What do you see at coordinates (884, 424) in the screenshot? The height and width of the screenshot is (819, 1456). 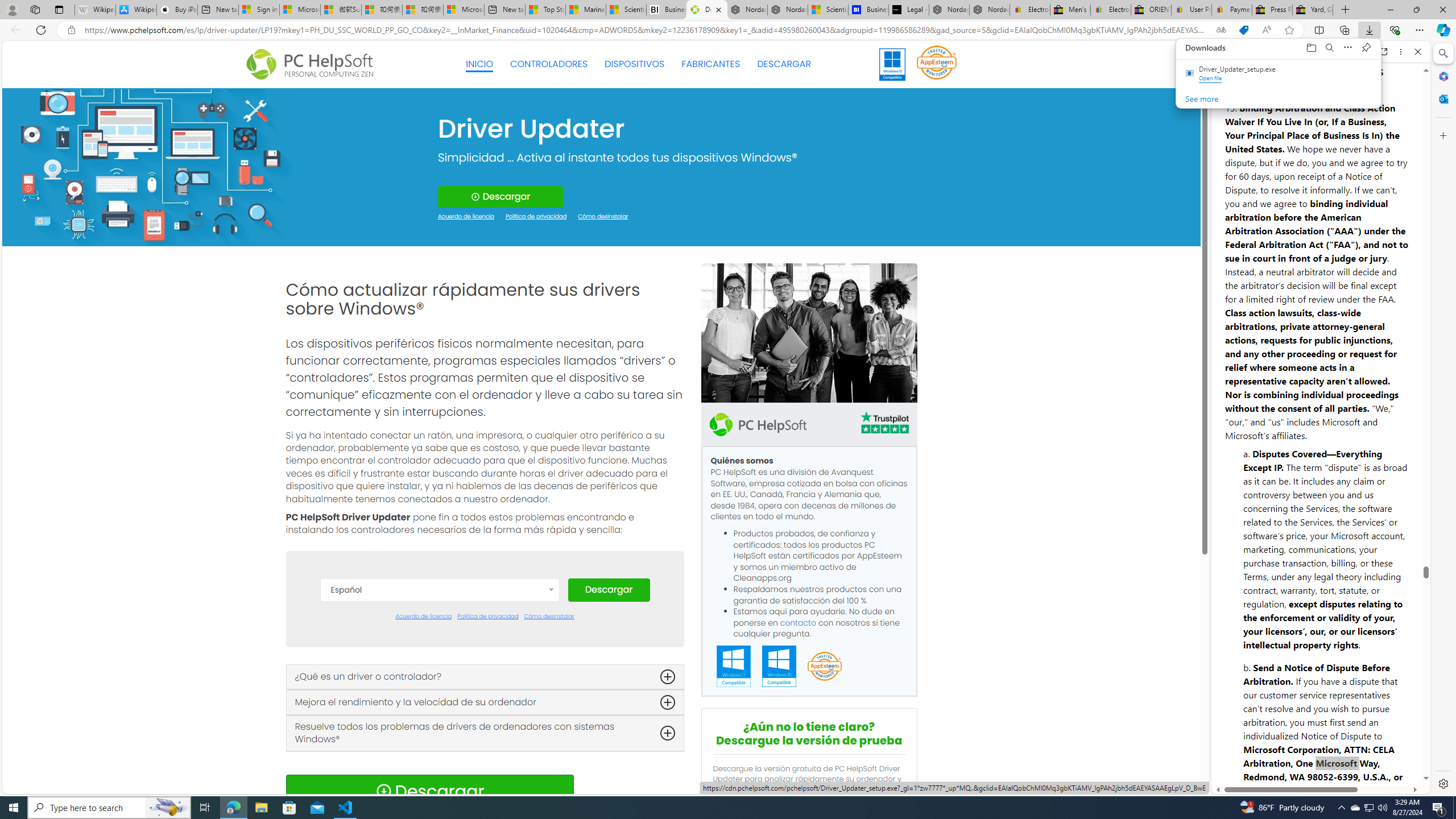 I see `'TrustPilot'` at bounding box center [884, 424].